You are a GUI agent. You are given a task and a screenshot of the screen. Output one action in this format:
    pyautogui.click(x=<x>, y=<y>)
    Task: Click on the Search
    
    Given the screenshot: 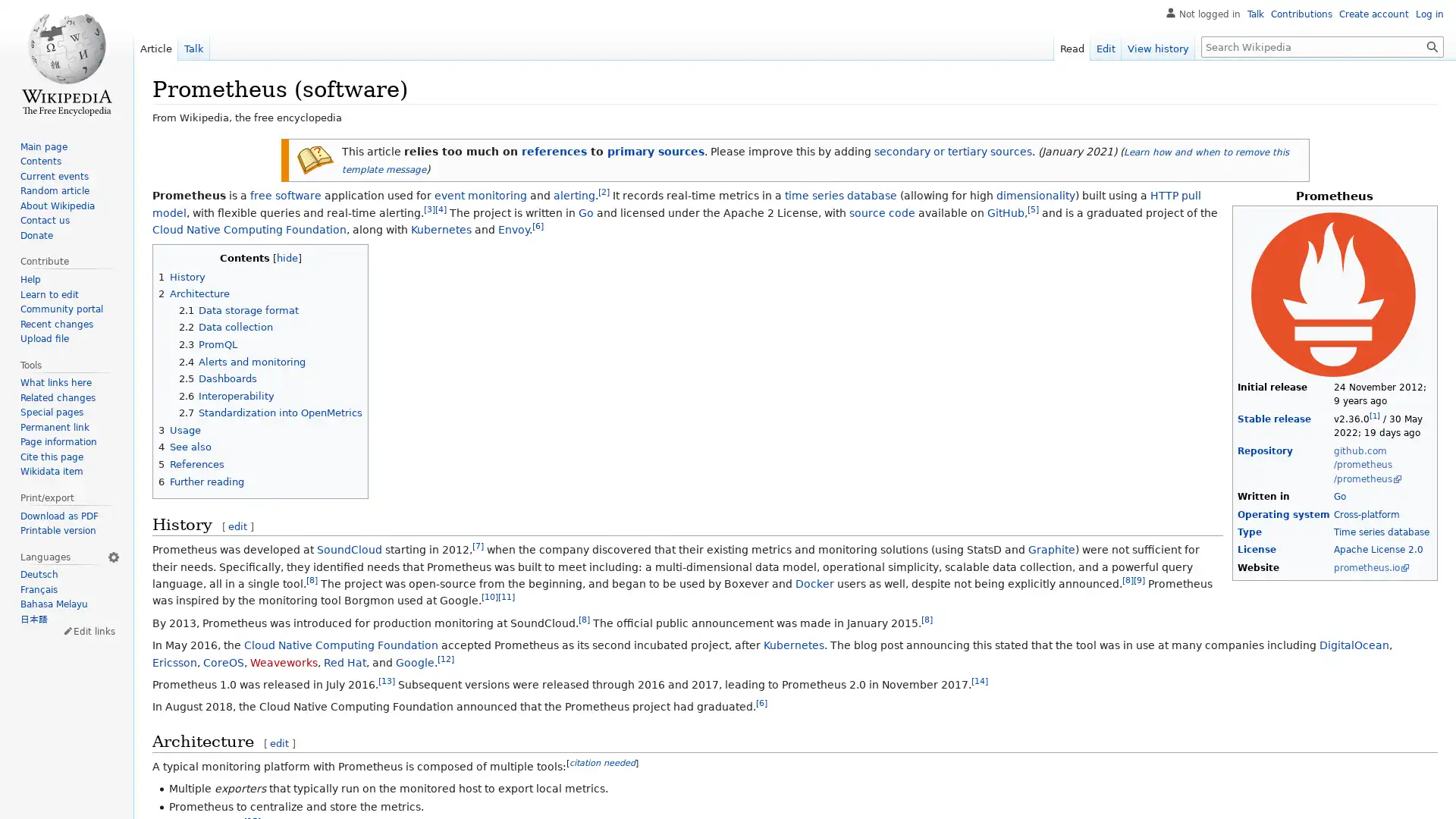 What is the action you would take?
    pyautogui.click(x=1432, y=45)
    